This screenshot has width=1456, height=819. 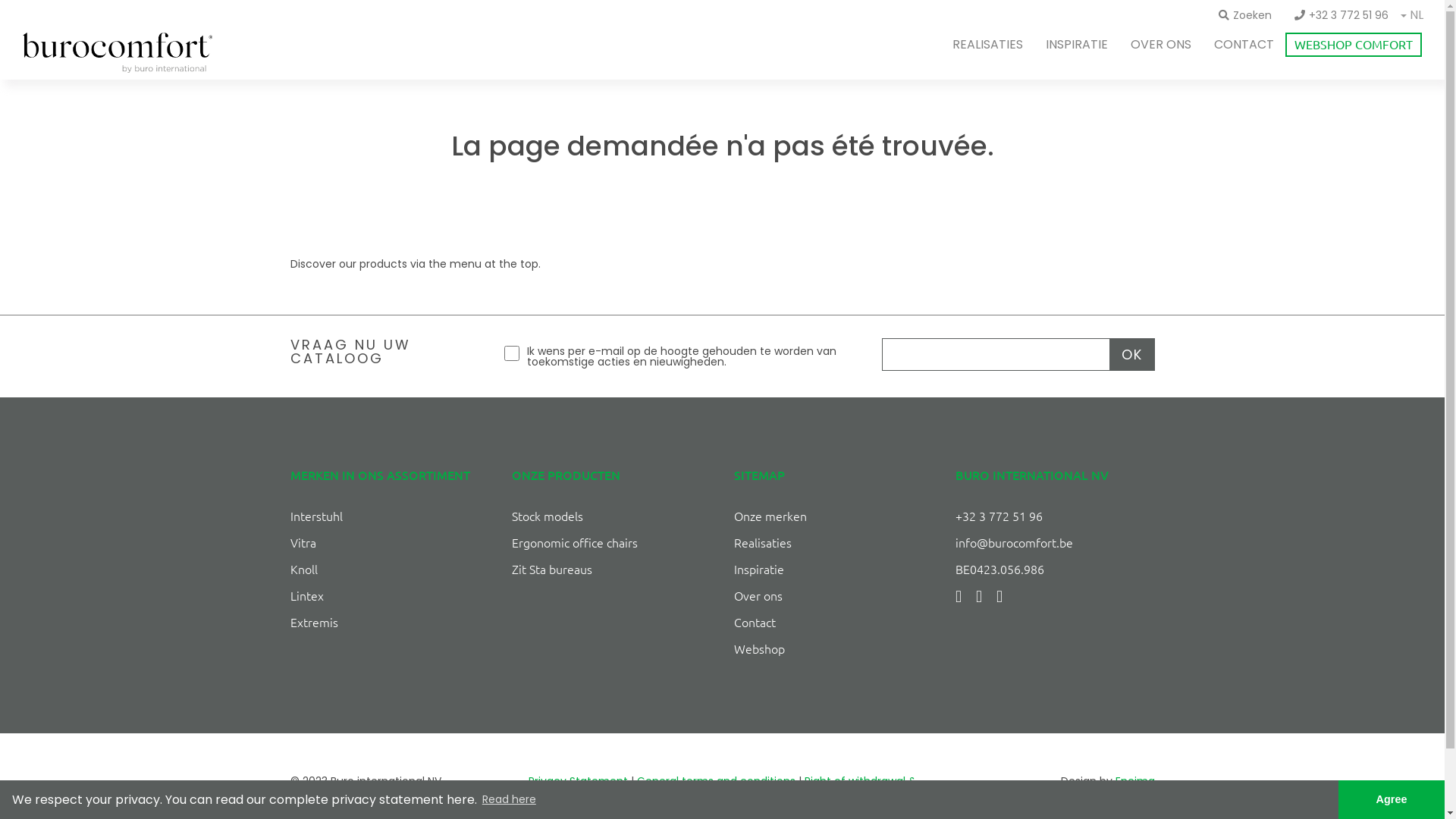 What do you see at coordinates (479, 799) in the screenshot?
I see `'Read here'` at bounding box center [479, 799].